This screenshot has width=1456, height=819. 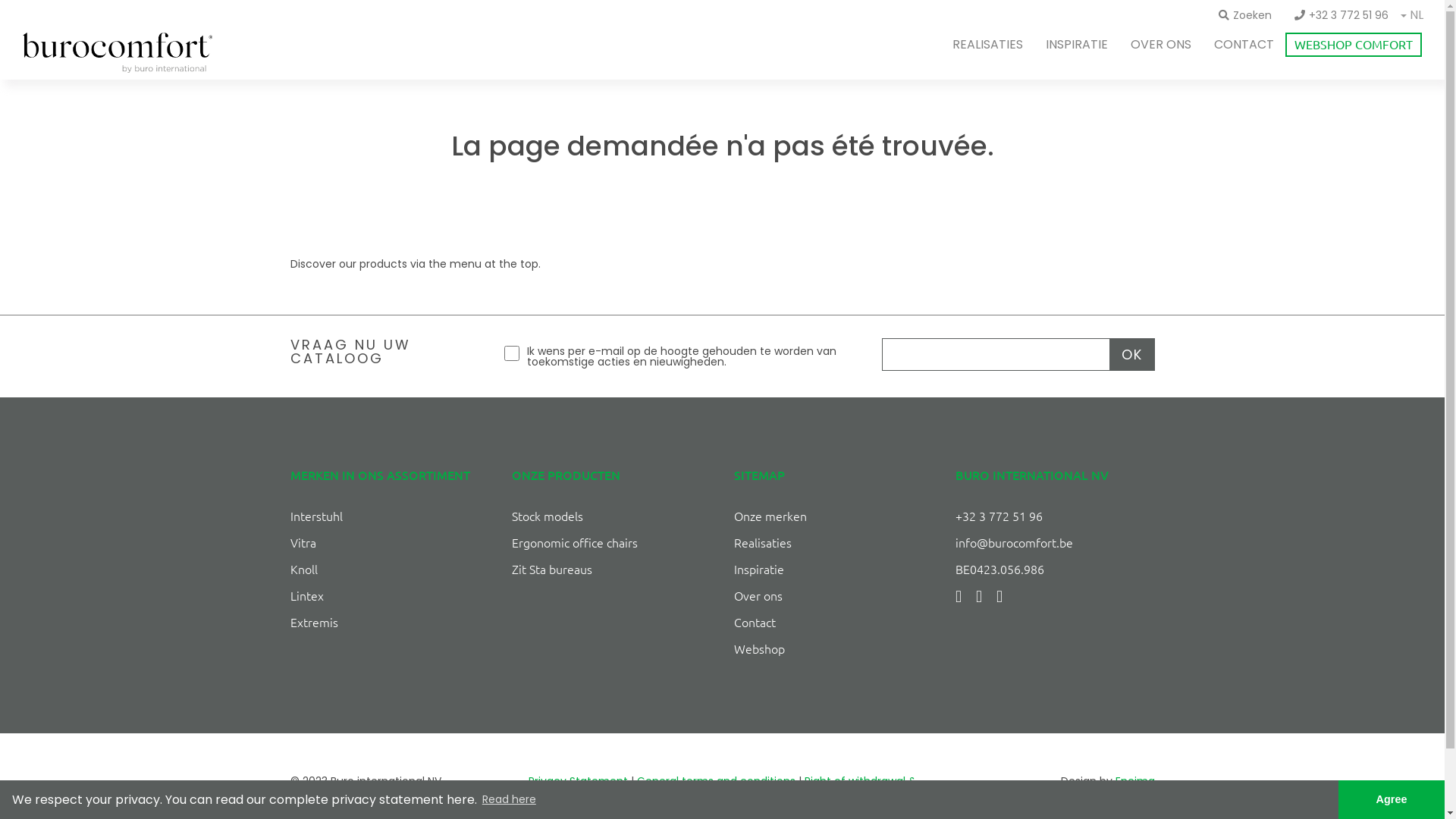 What do you see at coordinates (479, 799) in the screenshot?
I see `'Read here'` at bounding box center [479, 799].